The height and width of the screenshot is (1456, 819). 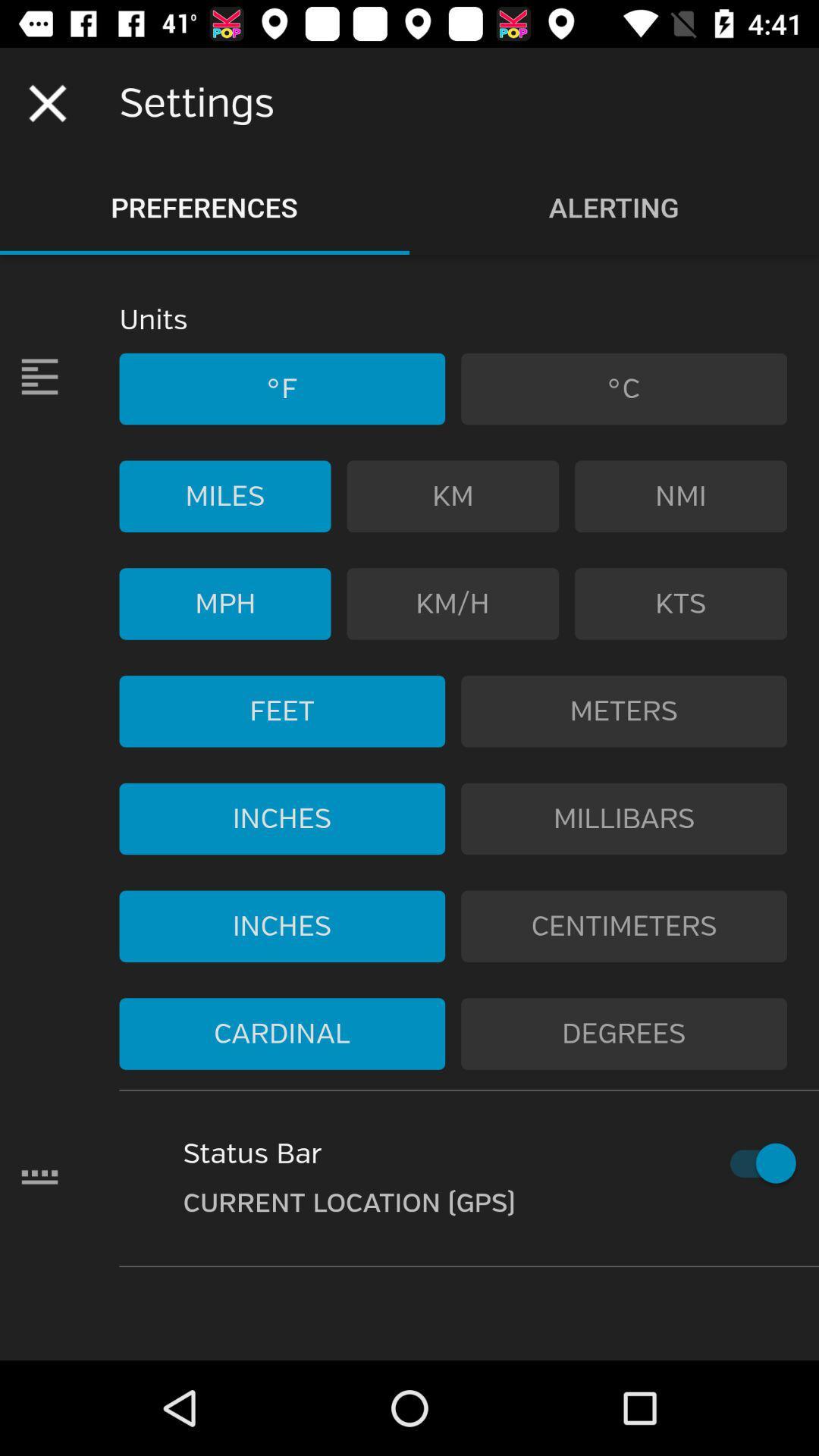 What do you see at coordinates (624, 925) in the screenshot?
I see `item below millibars item` at bounding box center [624, 925].